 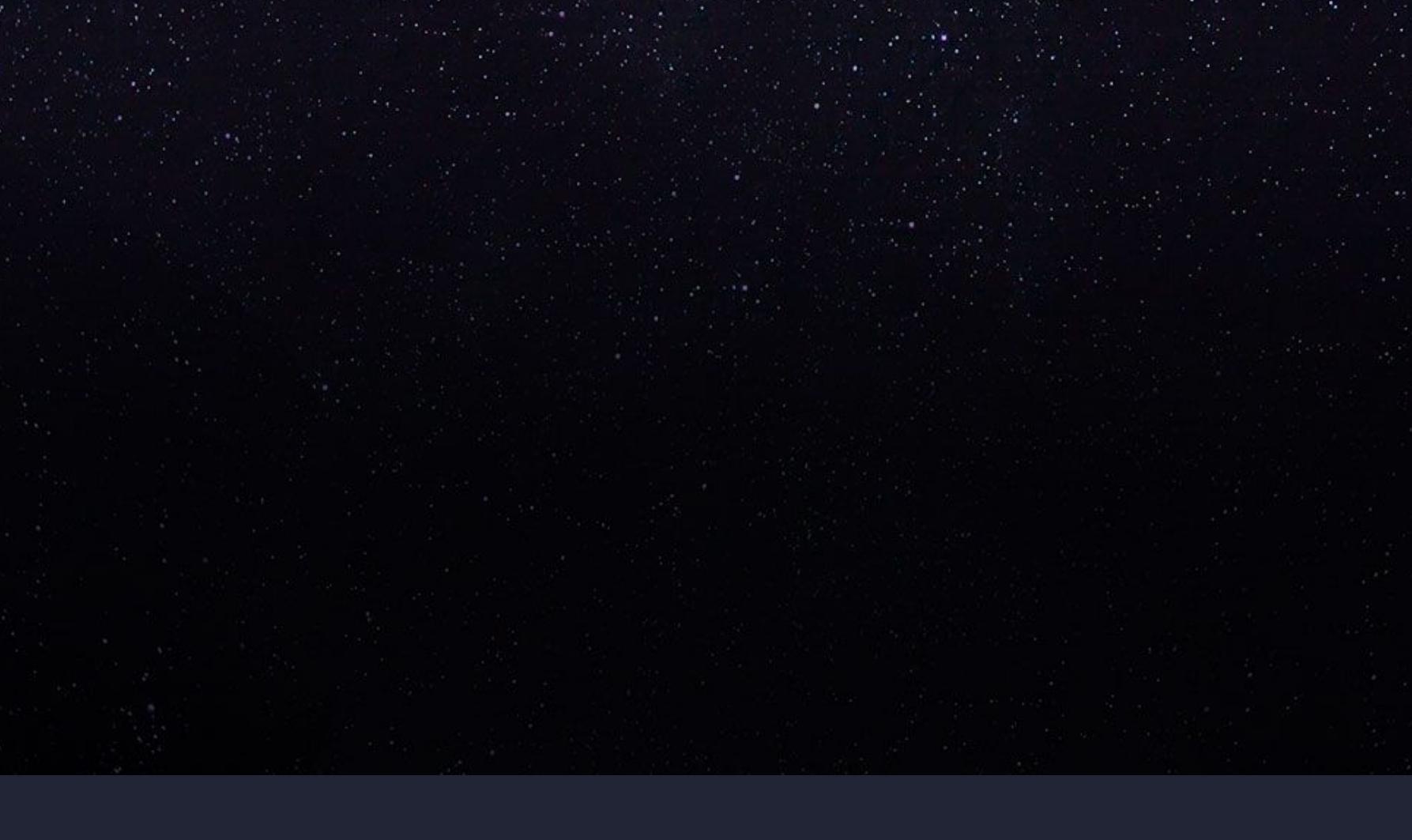 What do you see at coordinates (291, 541) in the screenshot?
I see `'REFER A MERCHANT'` at bounding box center [291, 541].